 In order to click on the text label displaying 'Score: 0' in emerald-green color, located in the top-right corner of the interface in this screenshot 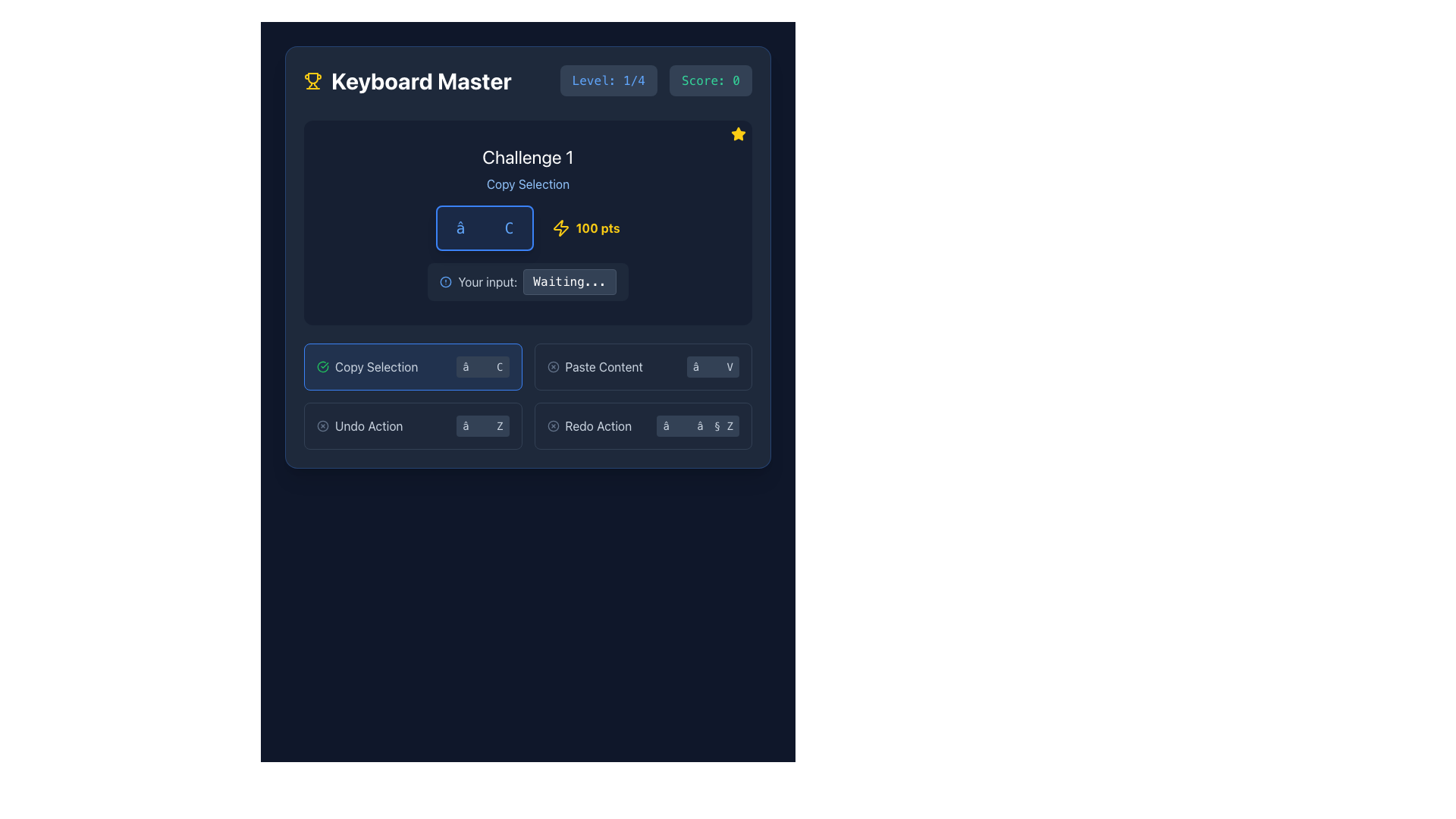, I will do `click(710, 80)`.